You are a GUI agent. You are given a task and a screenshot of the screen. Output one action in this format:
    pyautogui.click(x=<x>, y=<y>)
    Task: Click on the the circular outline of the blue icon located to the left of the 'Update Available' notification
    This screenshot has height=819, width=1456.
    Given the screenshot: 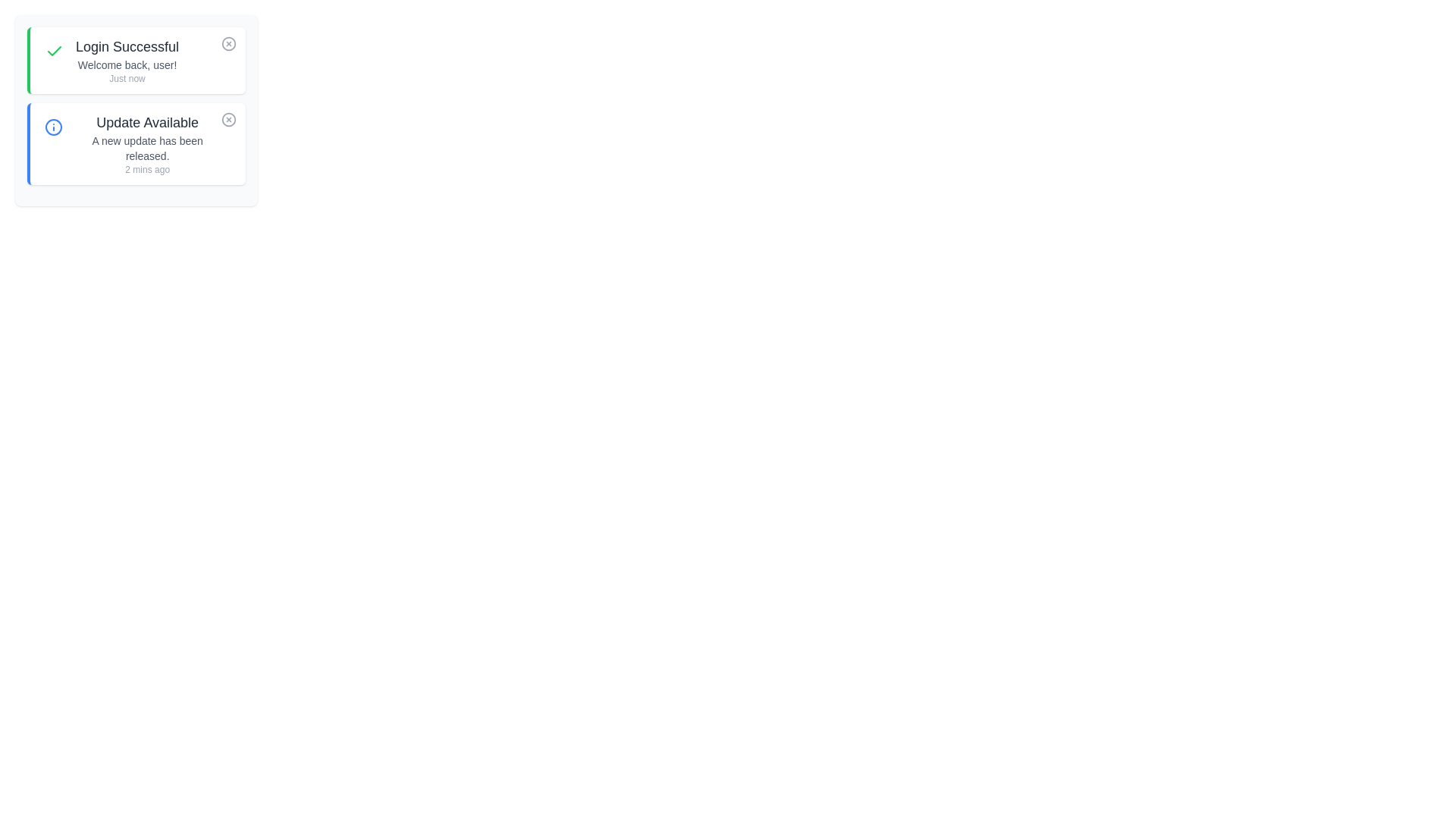 What is the action you would take?
    pyautogui.click(x=53, y=127)
    